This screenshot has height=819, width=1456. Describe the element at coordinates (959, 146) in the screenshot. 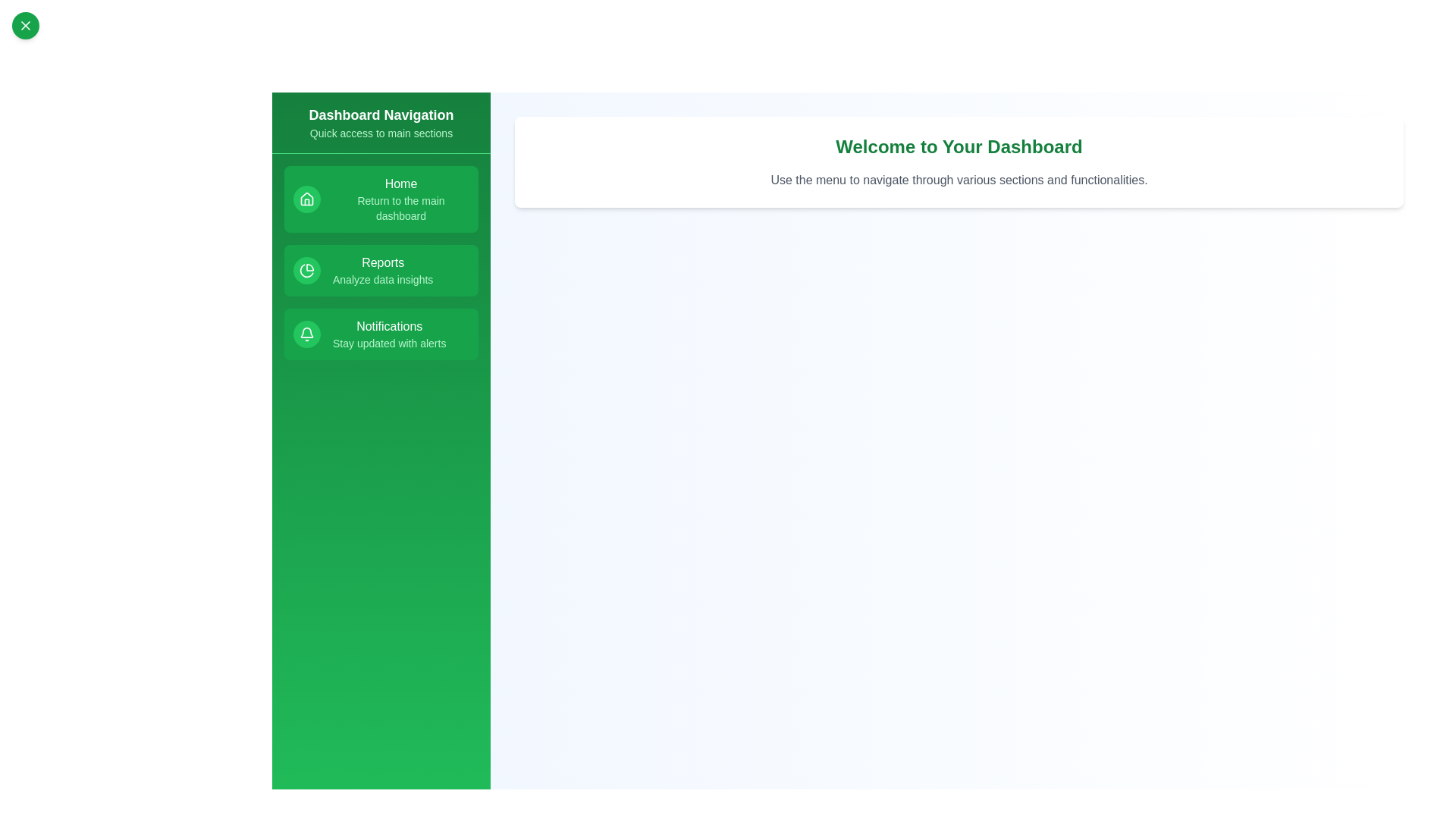

I see `the welcome message text element to read its content` at that location.